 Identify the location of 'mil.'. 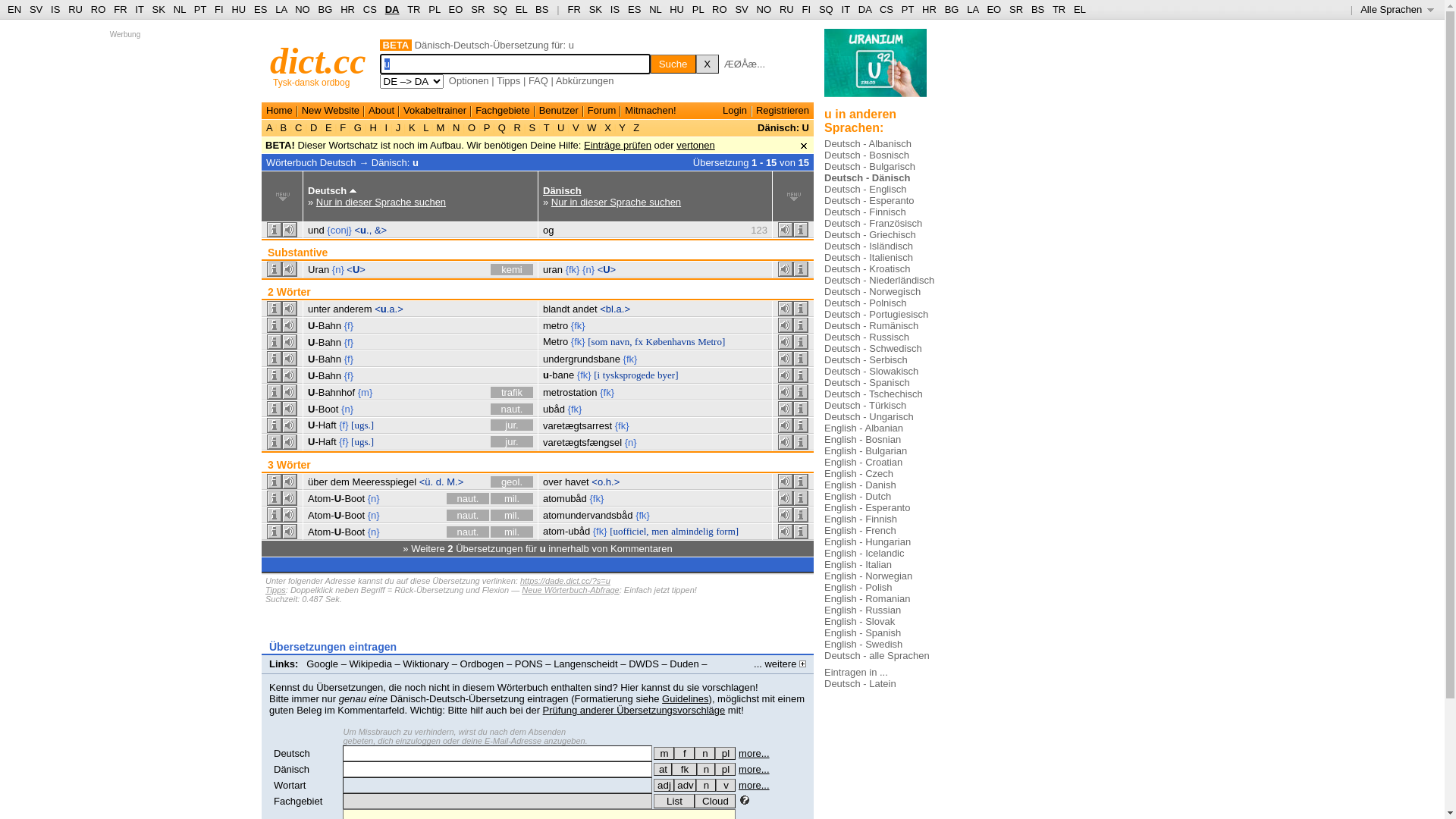
(512, 498).